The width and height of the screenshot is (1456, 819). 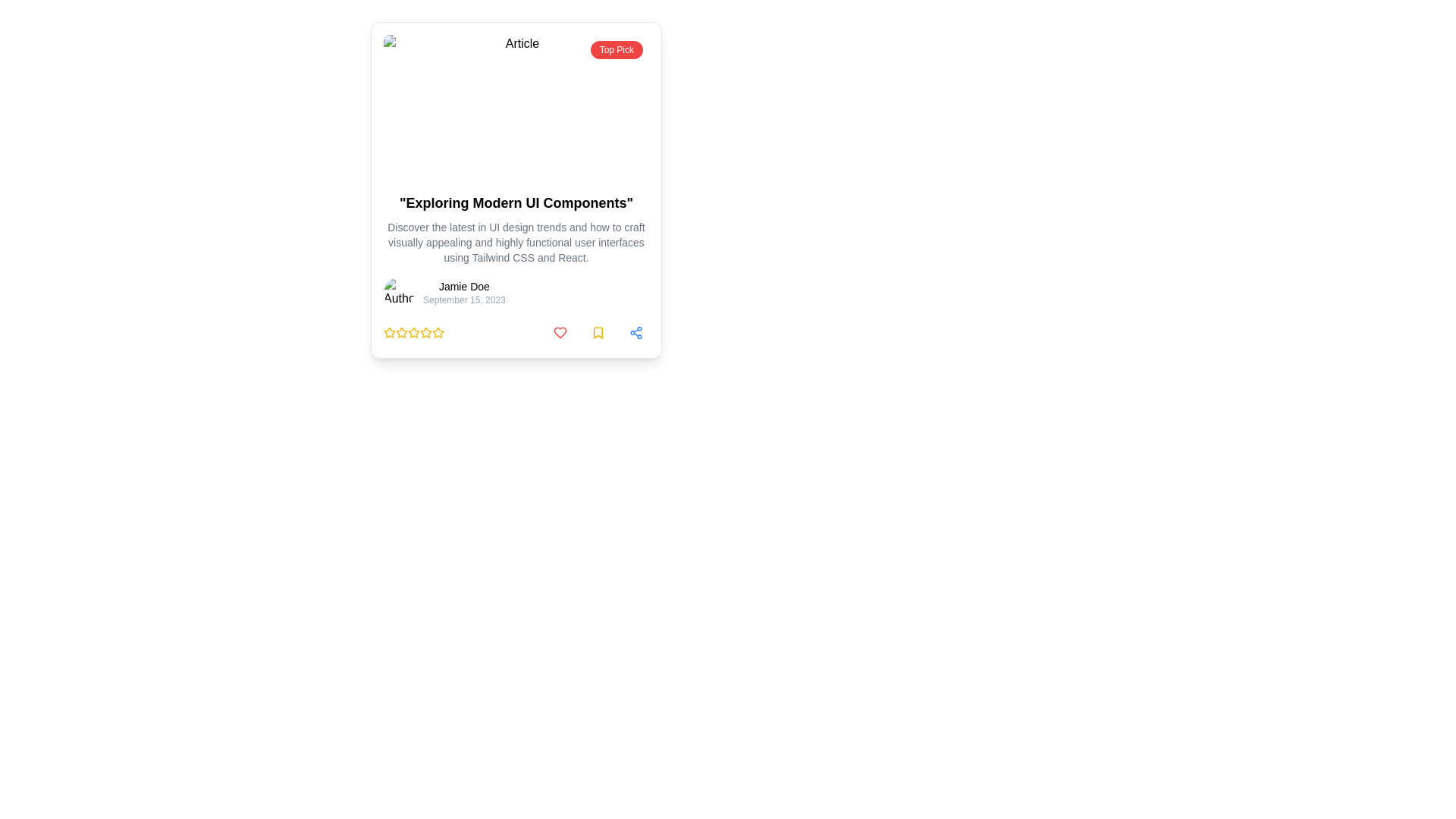 I want to click on the third star icon of the five-star rating system, so click(x=401, y=332).